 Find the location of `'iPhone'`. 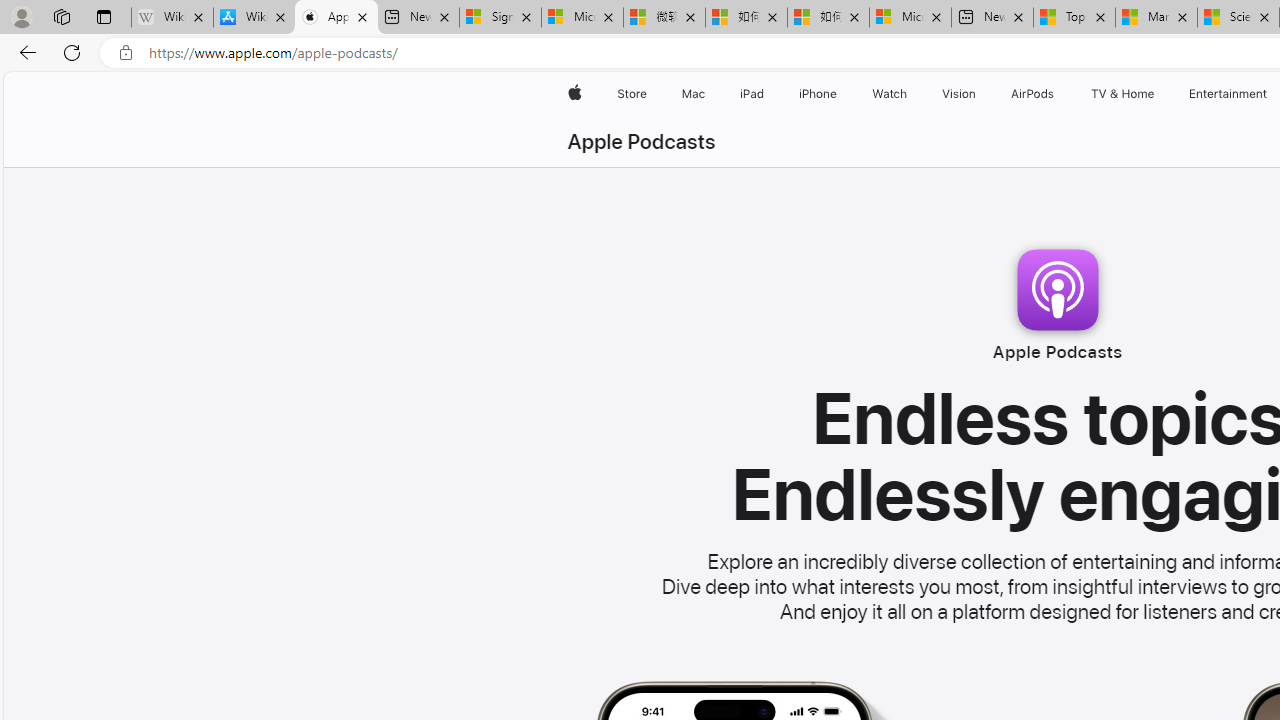

'iPhone' is located at coordinates (818, 93).